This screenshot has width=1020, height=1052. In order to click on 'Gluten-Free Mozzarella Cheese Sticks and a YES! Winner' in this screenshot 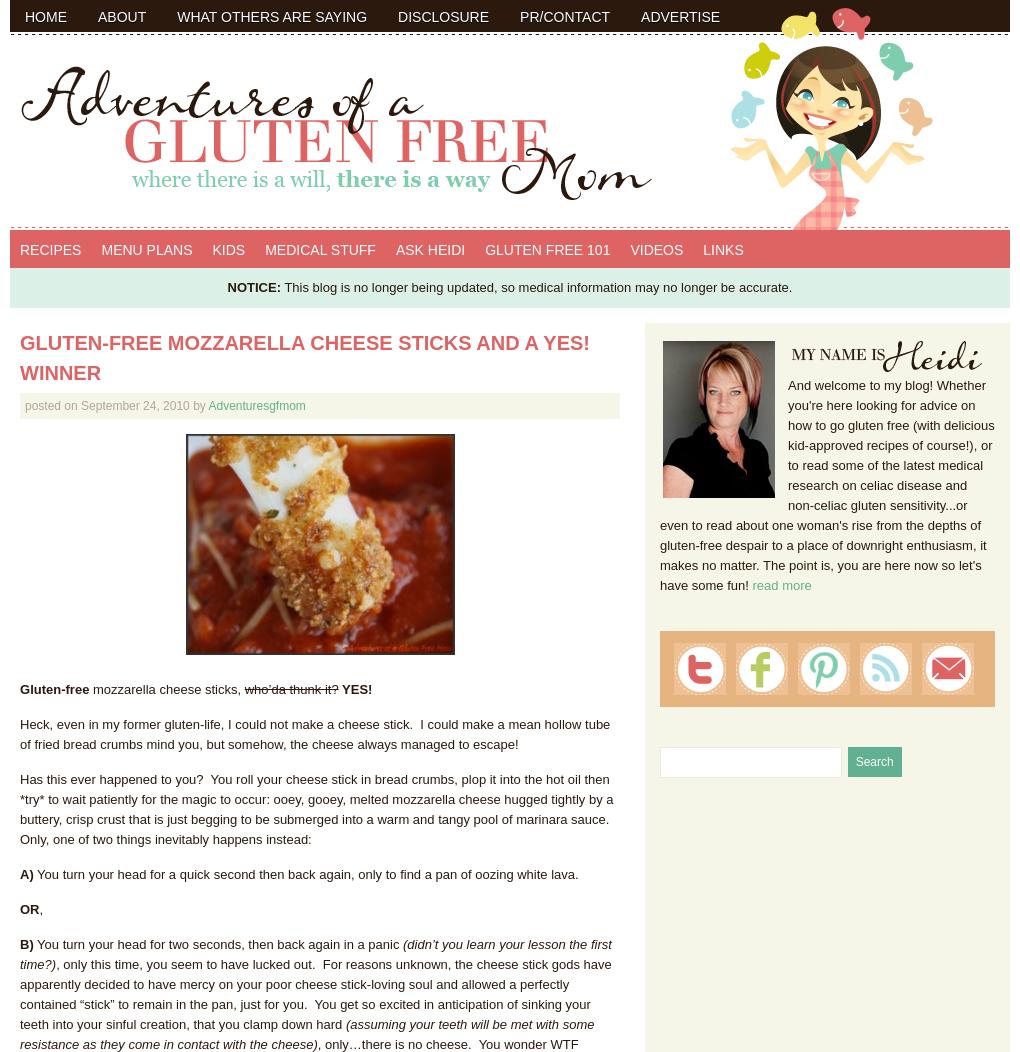, I will do `click(304, 357)`.